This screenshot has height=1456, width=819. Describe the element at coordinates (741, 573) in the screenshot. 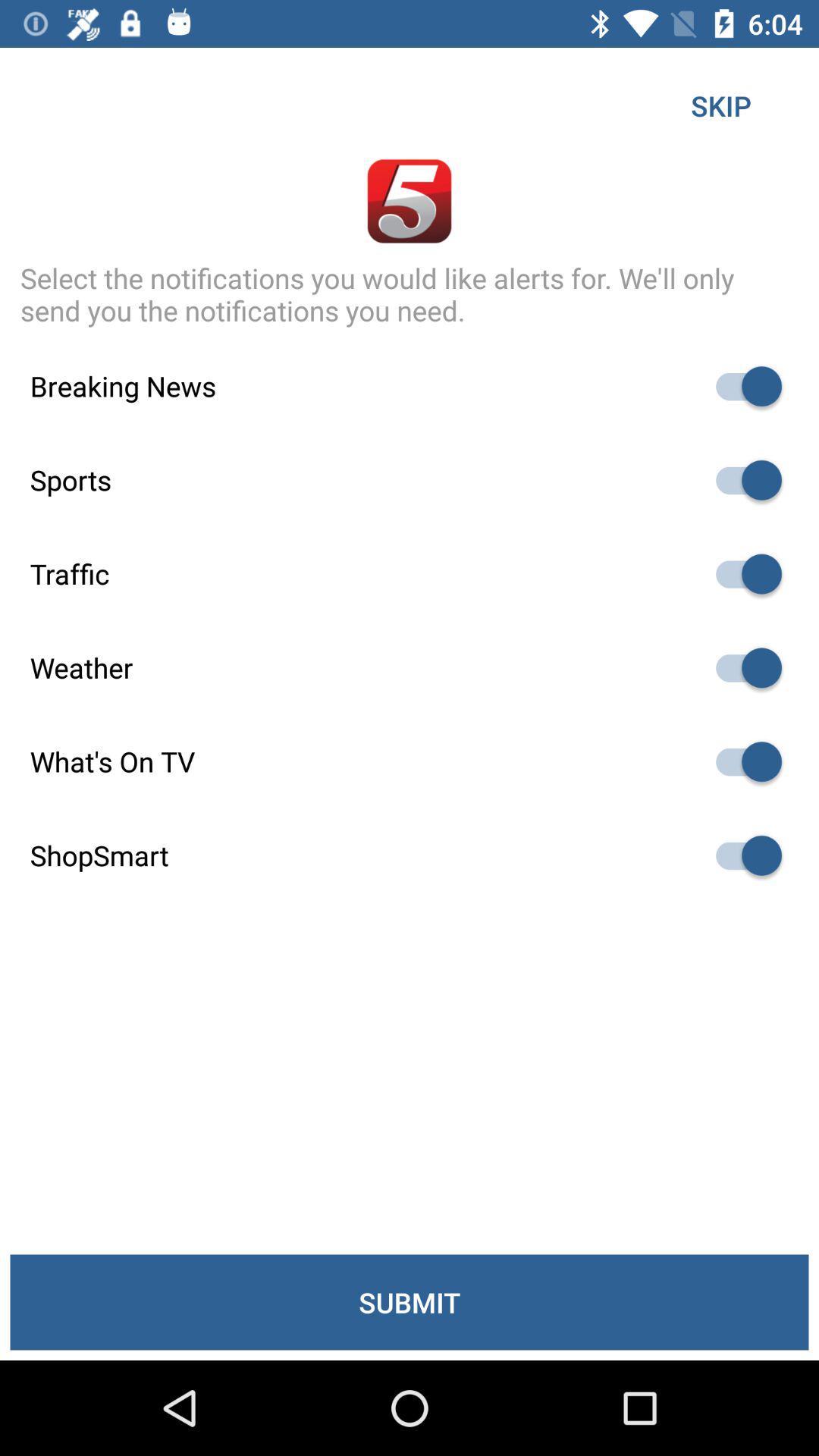

I see `disable traffic` at that location.